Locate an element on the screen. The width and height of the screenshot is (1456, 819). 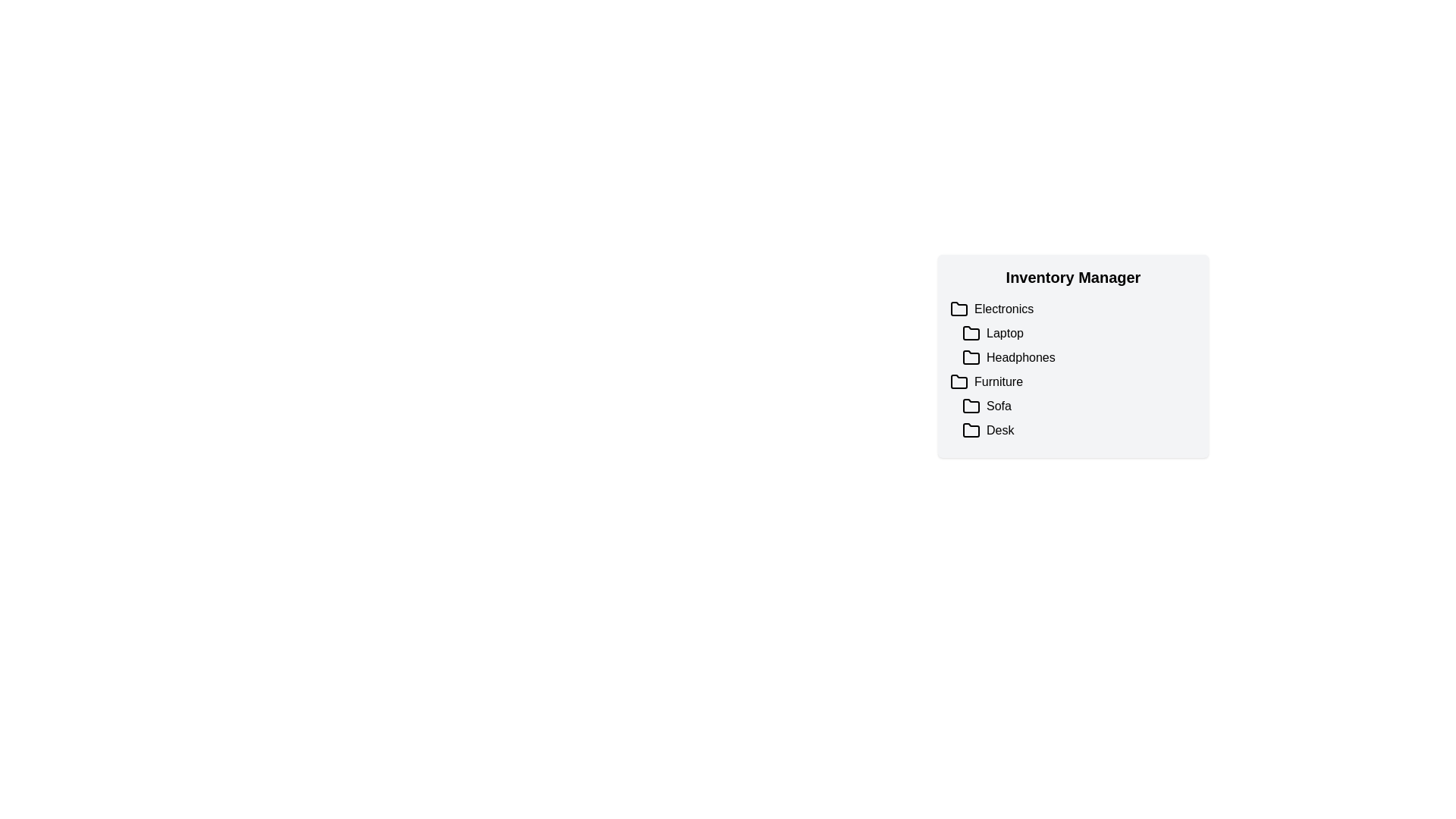
the folder icon located to the left of the 'Laptop' label in the Inventory Manager menu is located at coordinates (971, 332).